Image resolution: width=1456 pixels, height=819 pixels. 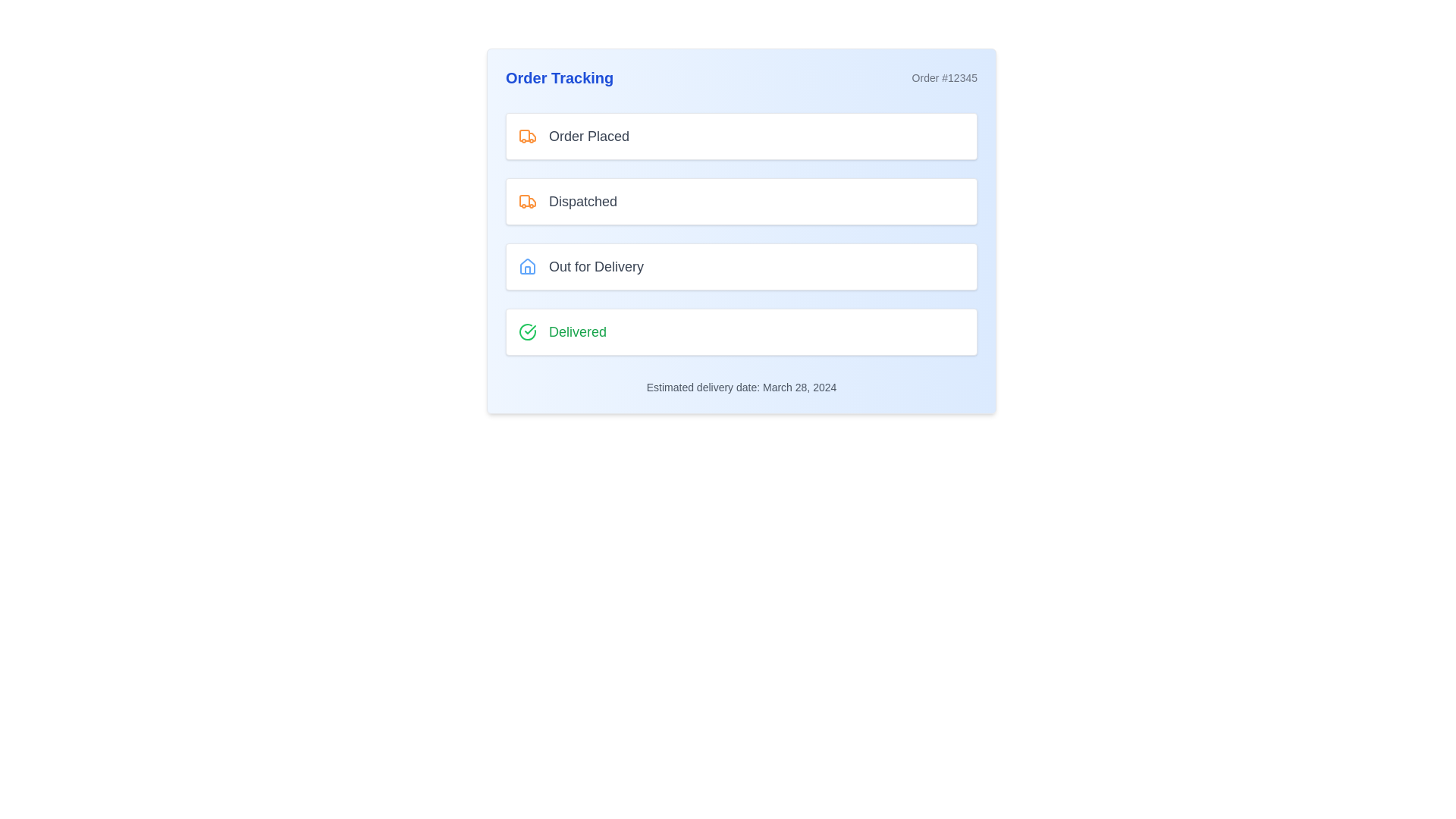 I want to click on the house icon with a blue outline located to the right of the text 'Out for Delivery.', so click(x=528, y=265).